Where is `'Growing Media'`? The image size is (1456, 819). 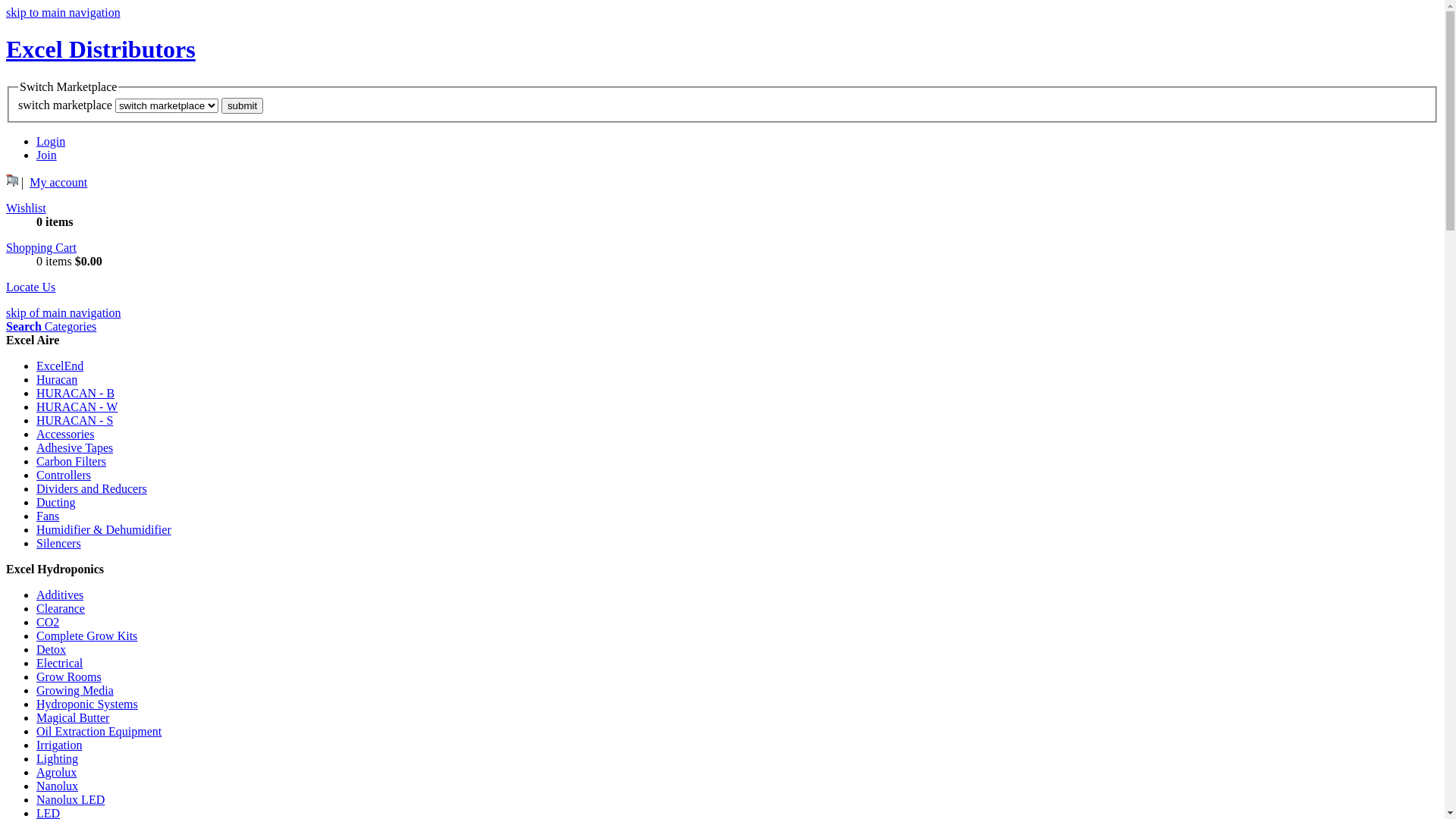 'Growing Media' is located at coordinates (74, 690).